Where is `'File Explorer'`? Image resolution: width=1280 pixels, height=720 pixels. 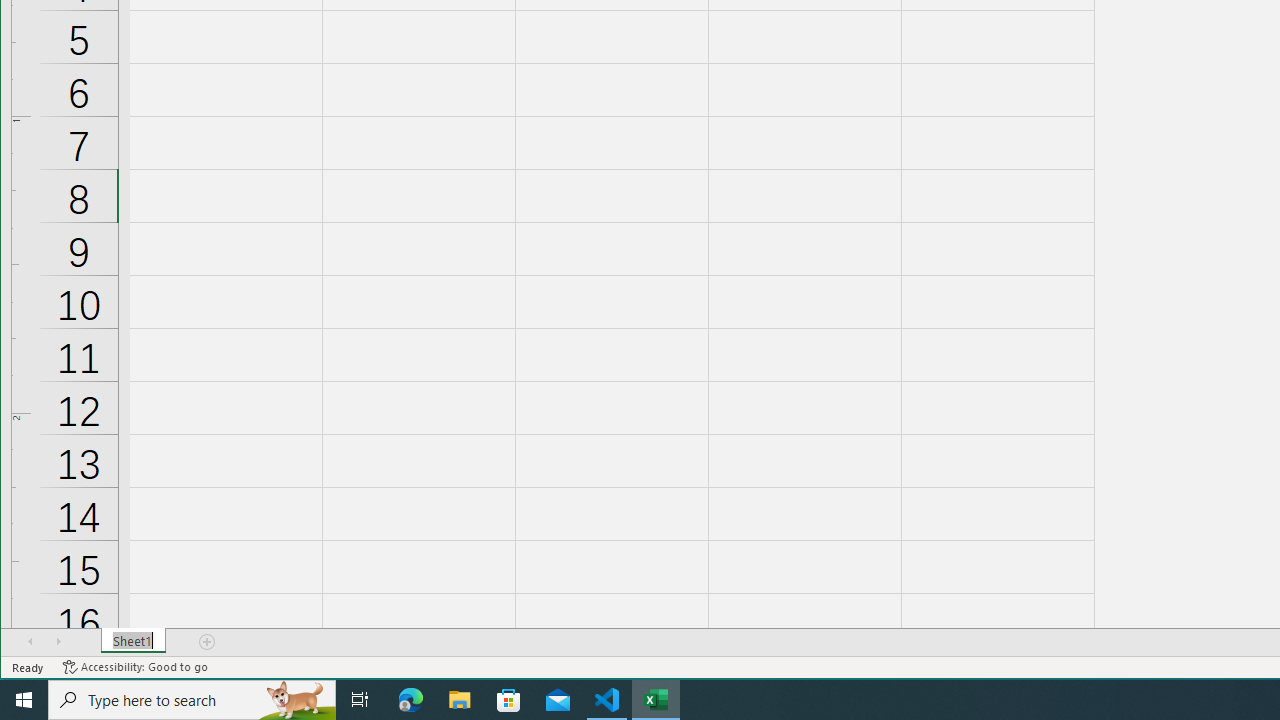 'File Explorer' is located at coordinates (459, 698).